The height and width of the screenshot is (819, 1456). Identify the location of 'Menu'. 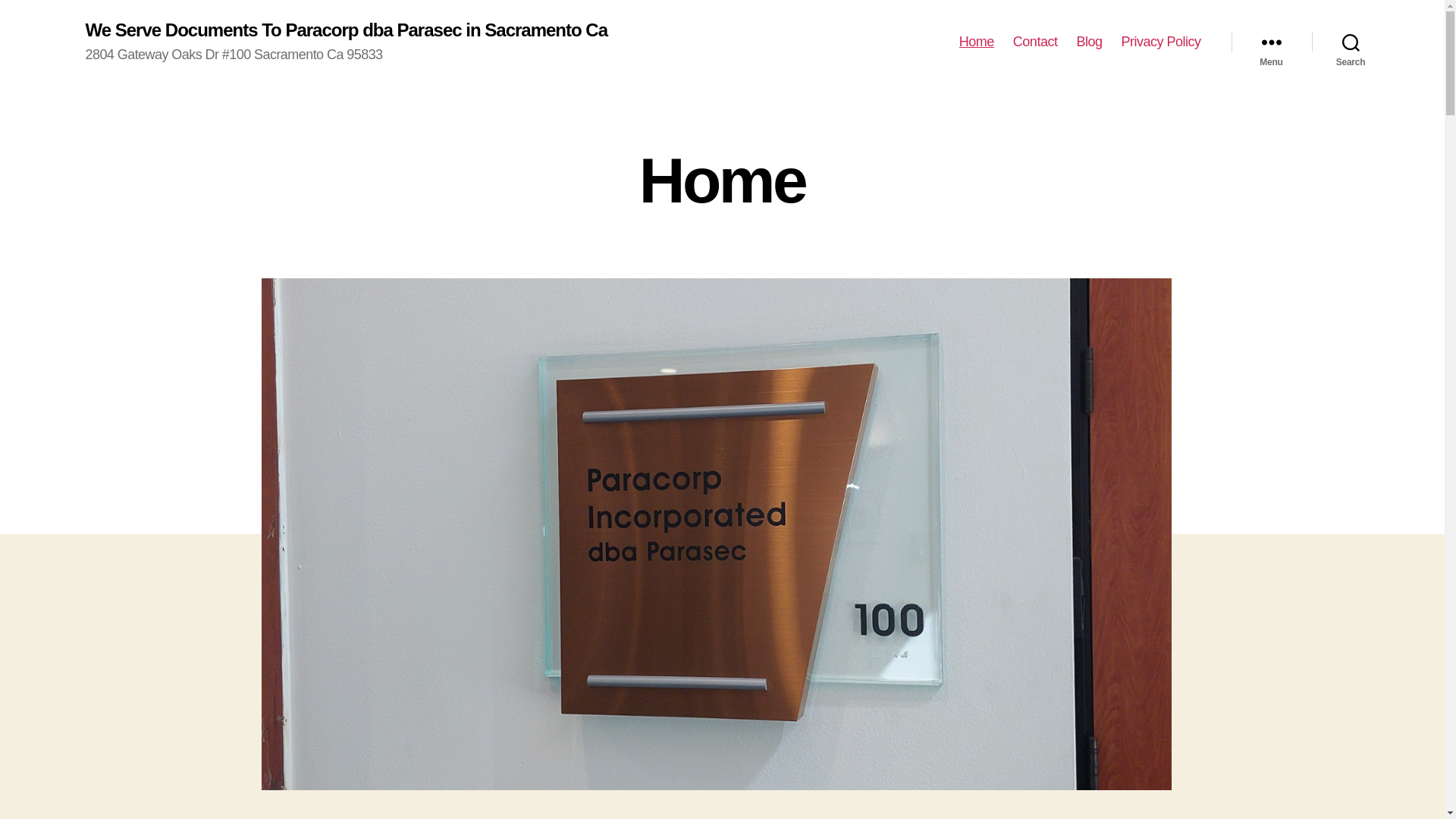
(1271, 42).